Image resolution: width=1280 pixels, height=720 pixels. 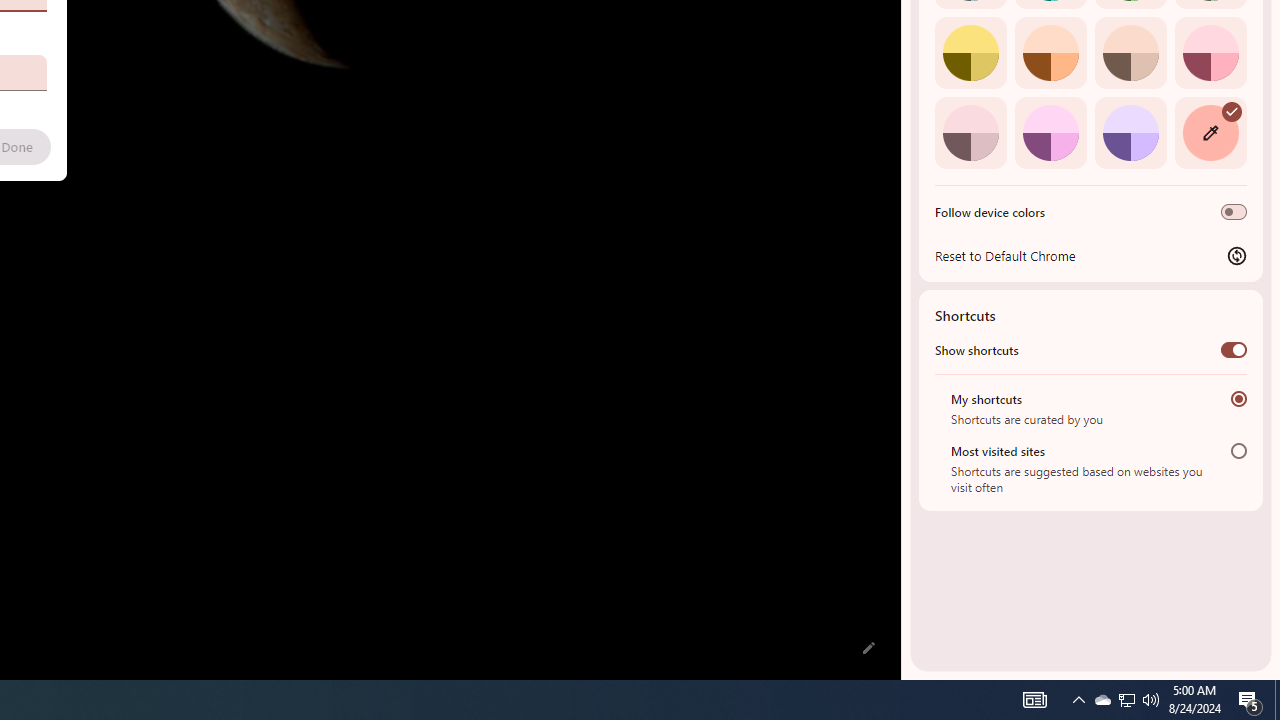 I want to click on 'Most visited sites', so click(x=1238, y=450).